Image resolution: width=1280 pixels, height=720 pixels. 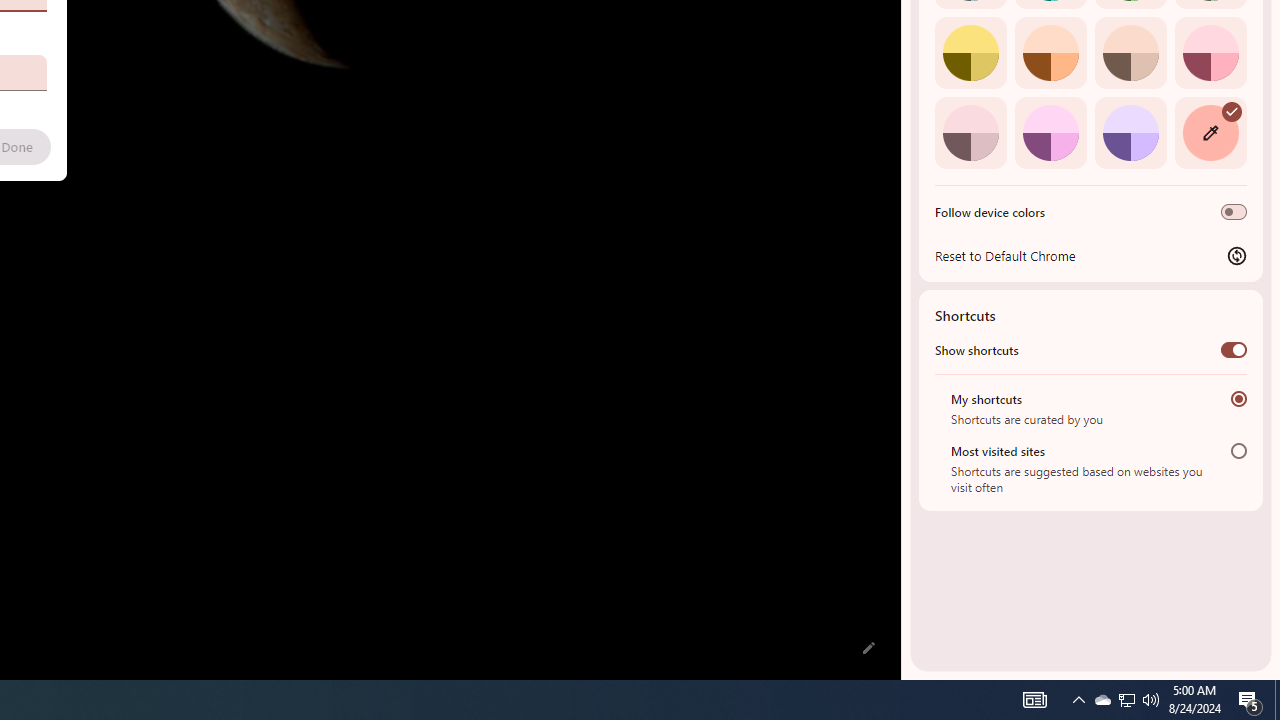 I want to click on 'Most visited sites', so click(x=1238, y=450).